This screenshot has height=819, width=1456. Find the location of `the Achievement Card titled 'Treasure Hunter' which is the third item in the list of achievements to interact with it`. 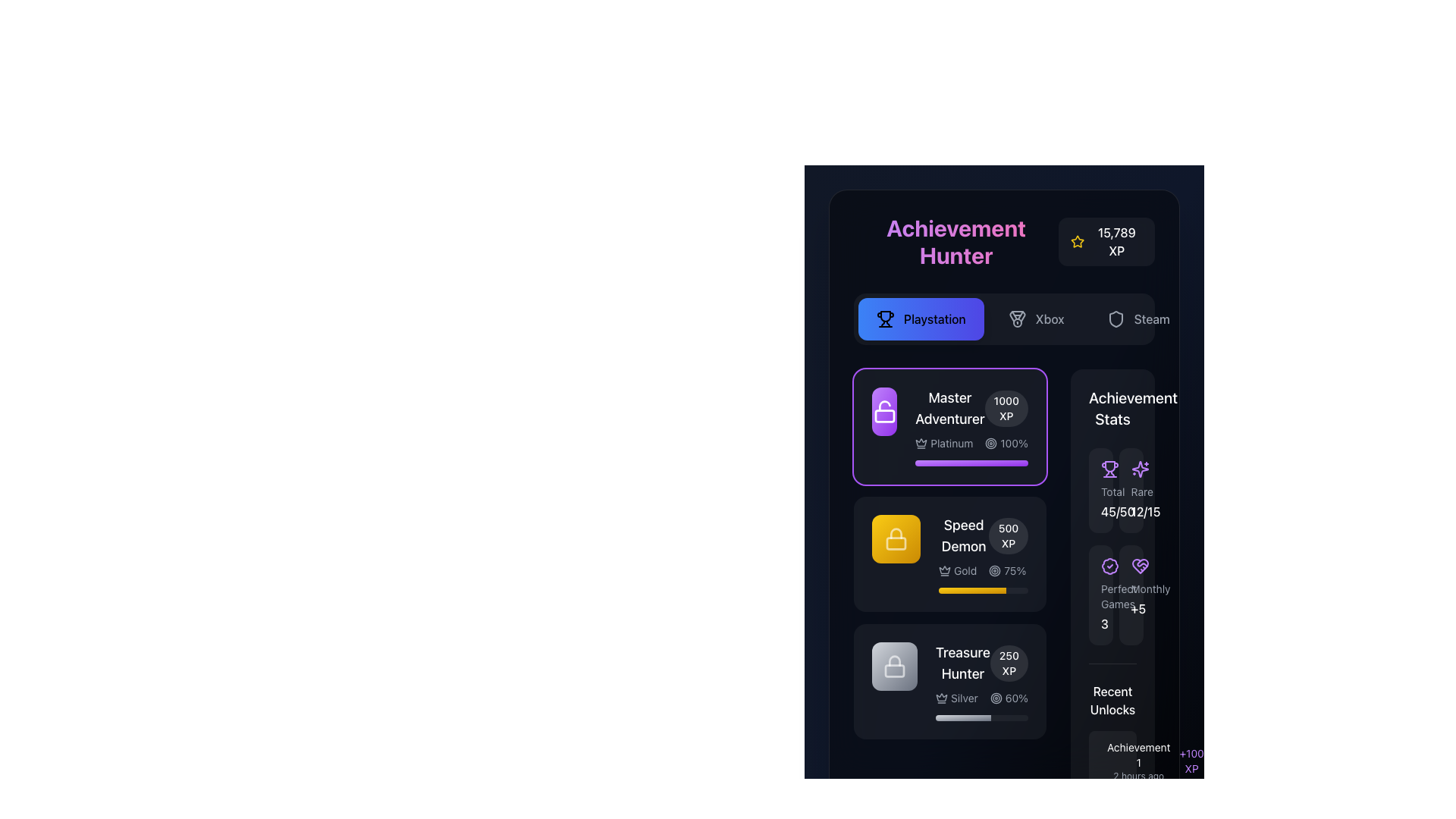

the Achievement Card titled 'Treasure Hunter' which is the third item in the list of achievements to interact with it is located at coordinates (949, 680).